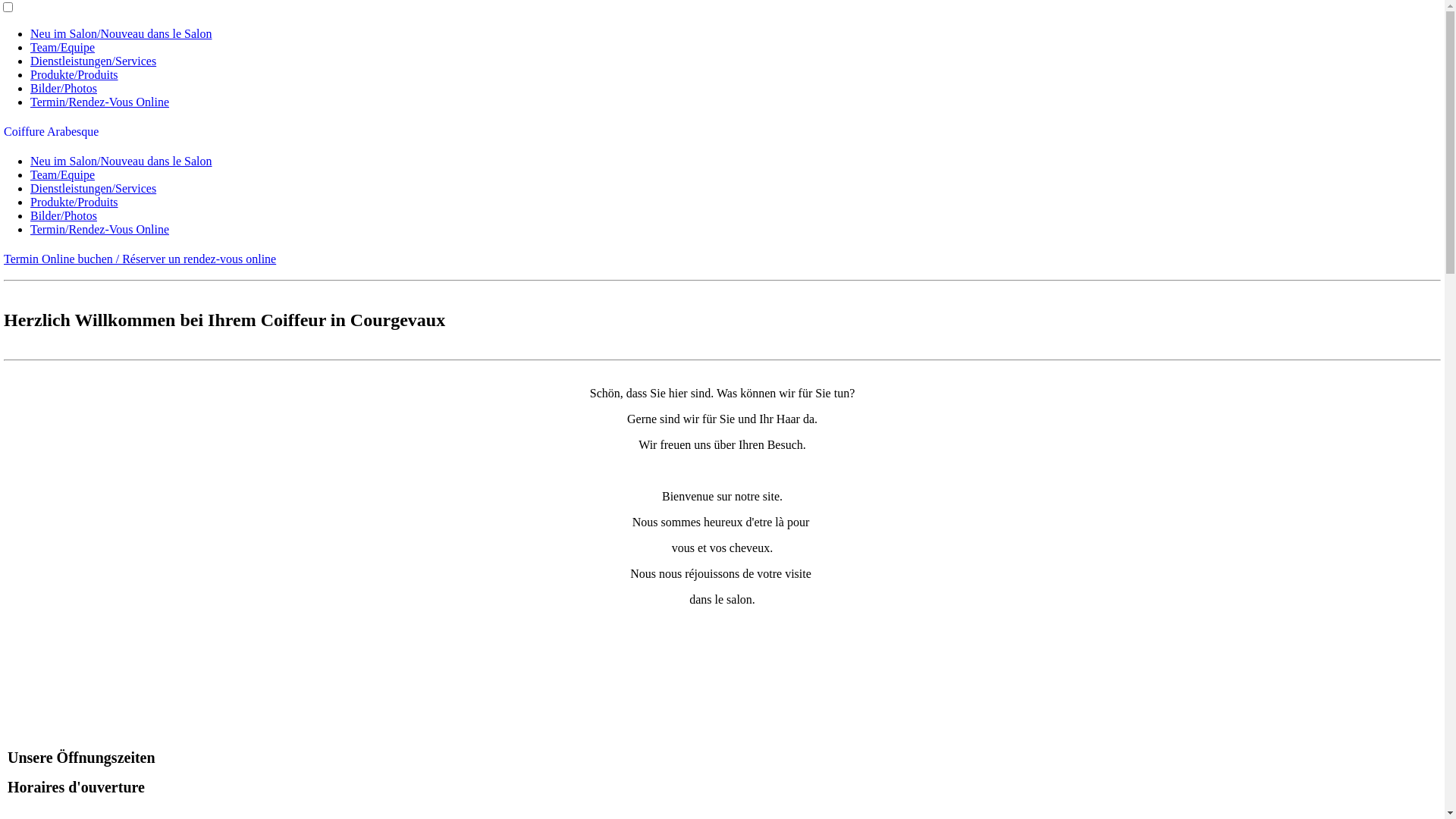 The image size is (1456, 819). I want to click on 'Neu im Salon/Nouveau dans le Salon', so click(120, 161).